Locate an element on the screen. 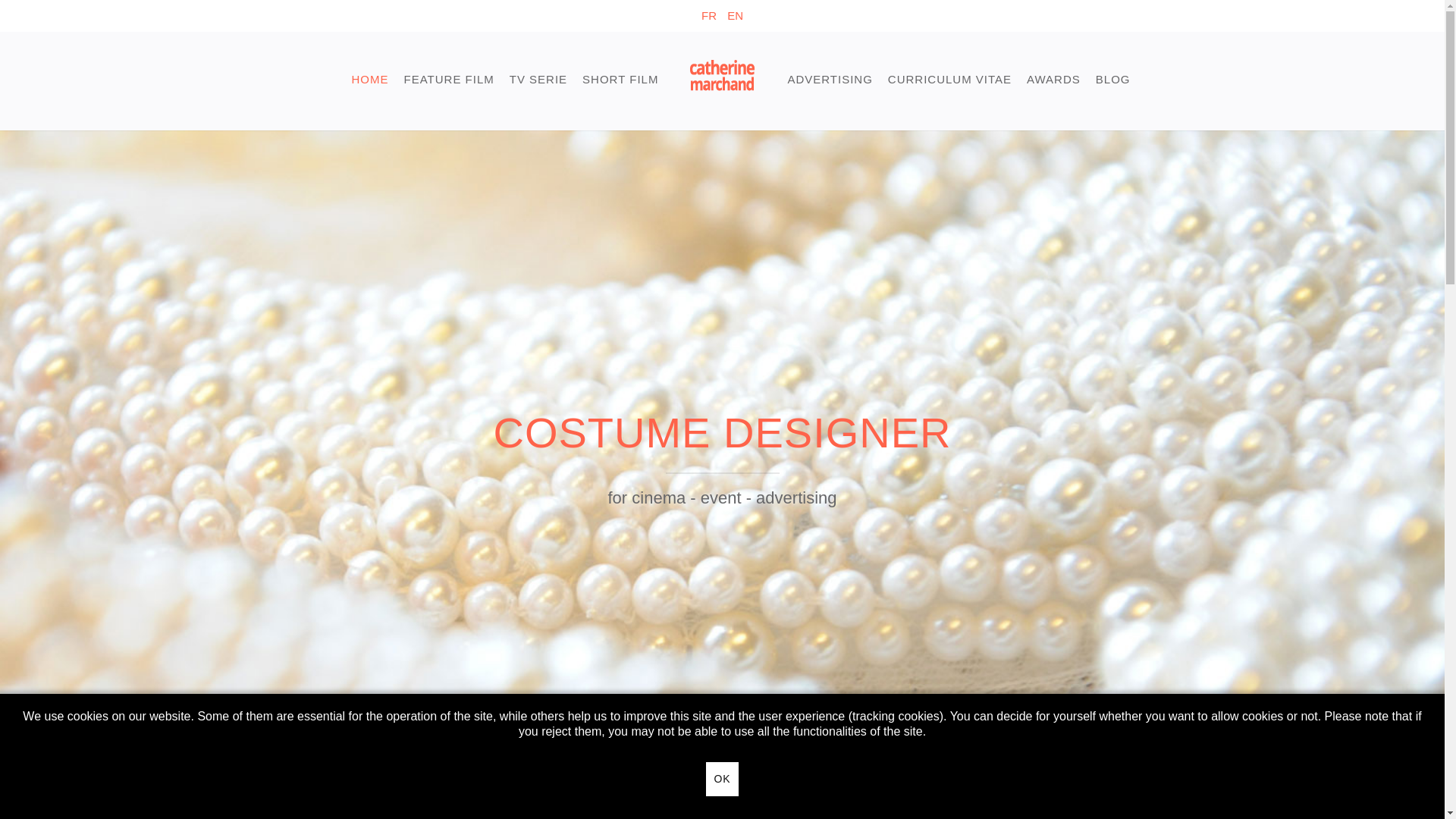  'BLOG' is located at coordinates (1113, 78).